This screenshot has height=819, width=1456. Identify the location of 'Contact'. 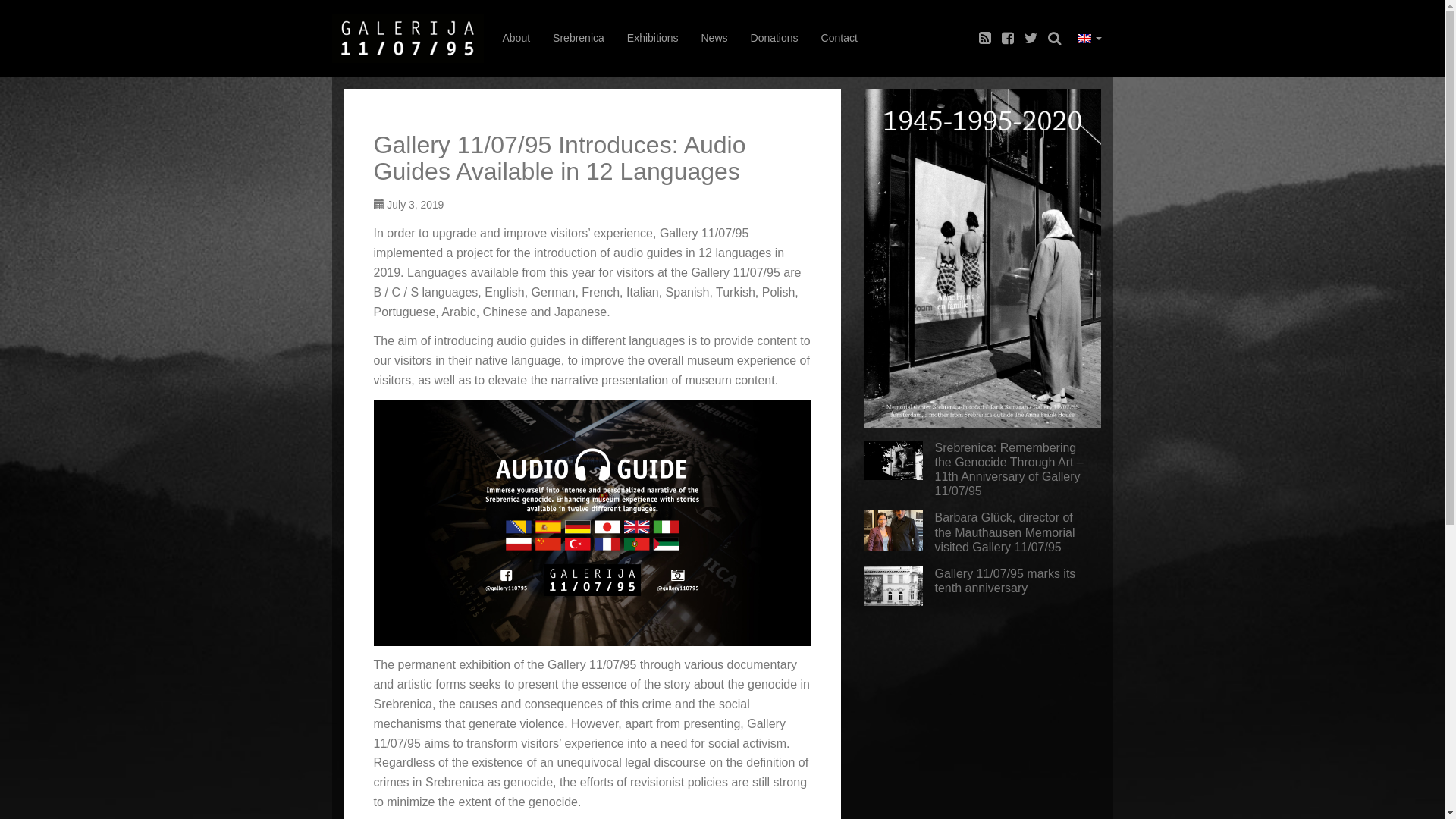
(839, 37).